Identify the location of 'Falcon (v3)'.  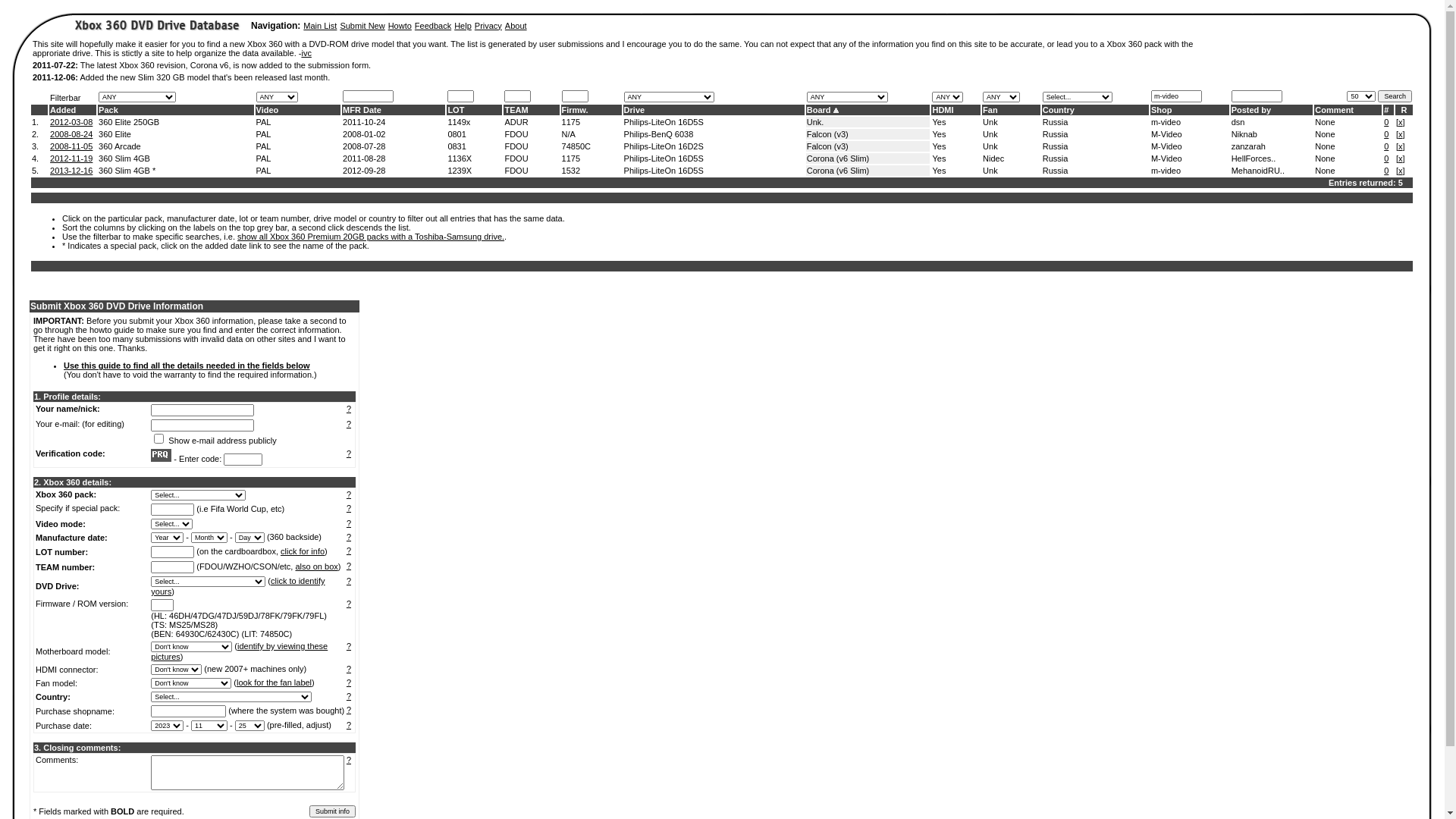
(806, 133).